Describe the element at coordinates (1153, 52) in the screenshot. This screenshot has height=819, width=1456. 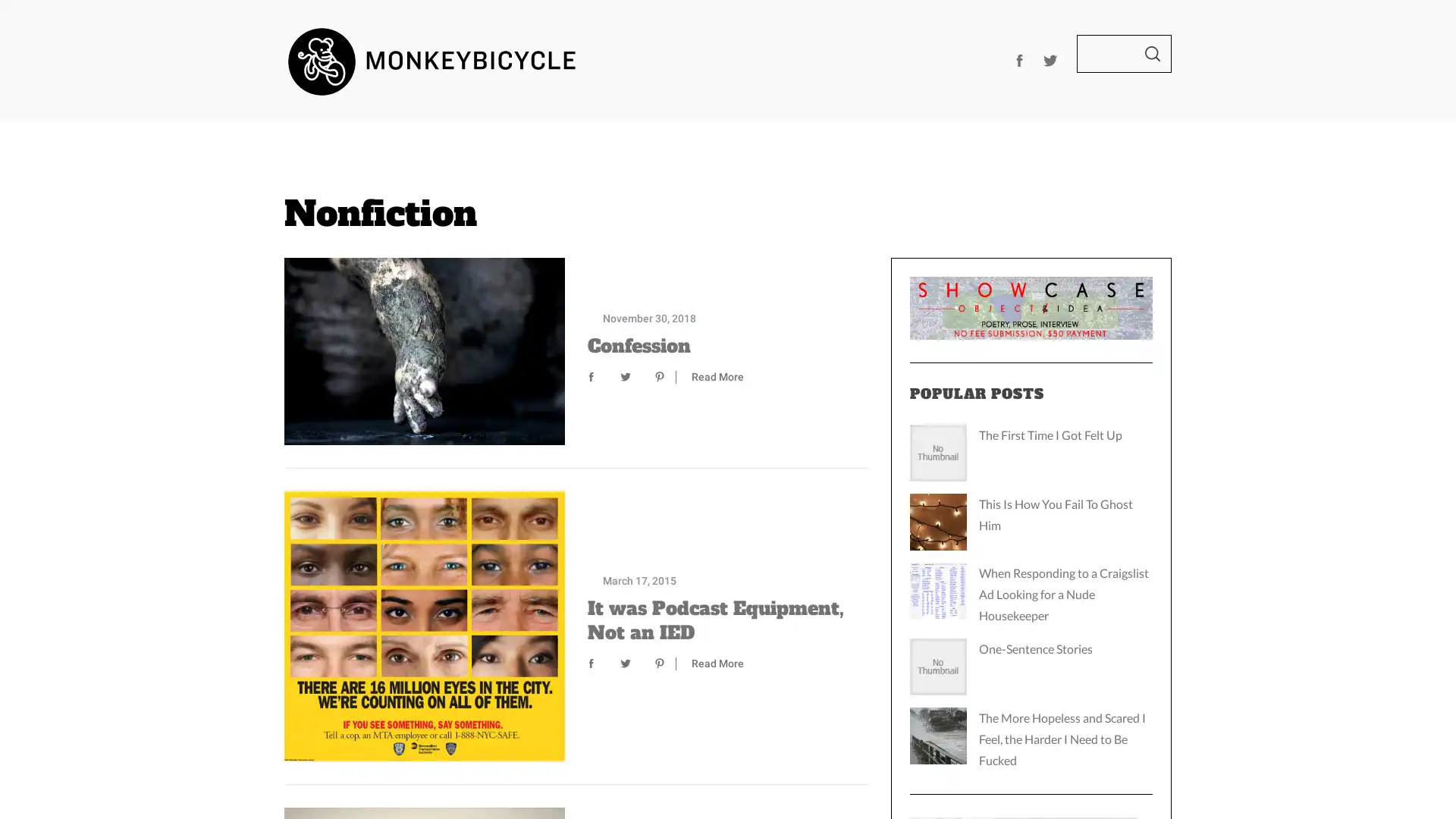
I see `SEARCH` at that location.